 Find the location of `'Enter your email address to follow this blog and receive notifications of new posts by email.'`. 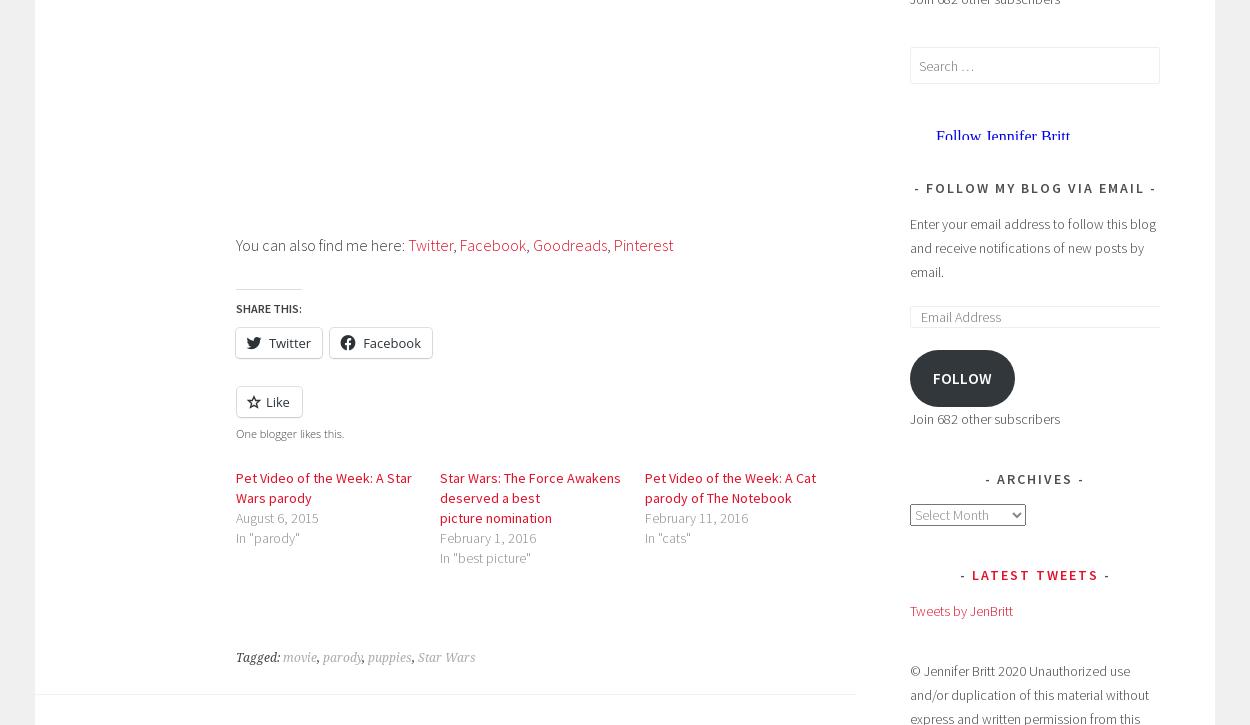

'Enter your email address to follow this blog and receive notifications of new posts by email.' is located at coordinates (1033, 248).